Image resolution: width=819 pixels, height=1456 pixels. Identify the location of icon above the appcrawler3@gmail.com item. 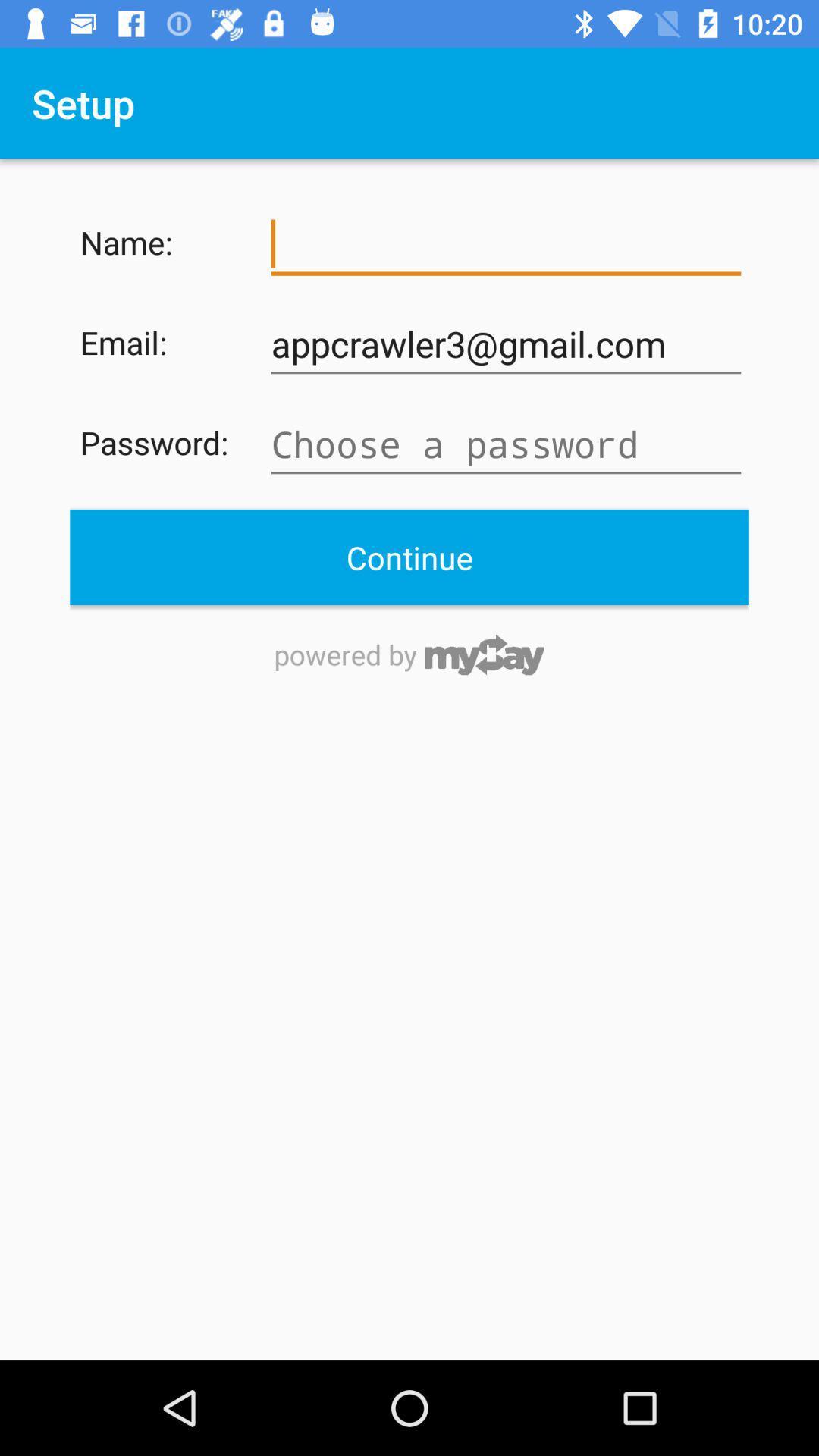
(506, 244).